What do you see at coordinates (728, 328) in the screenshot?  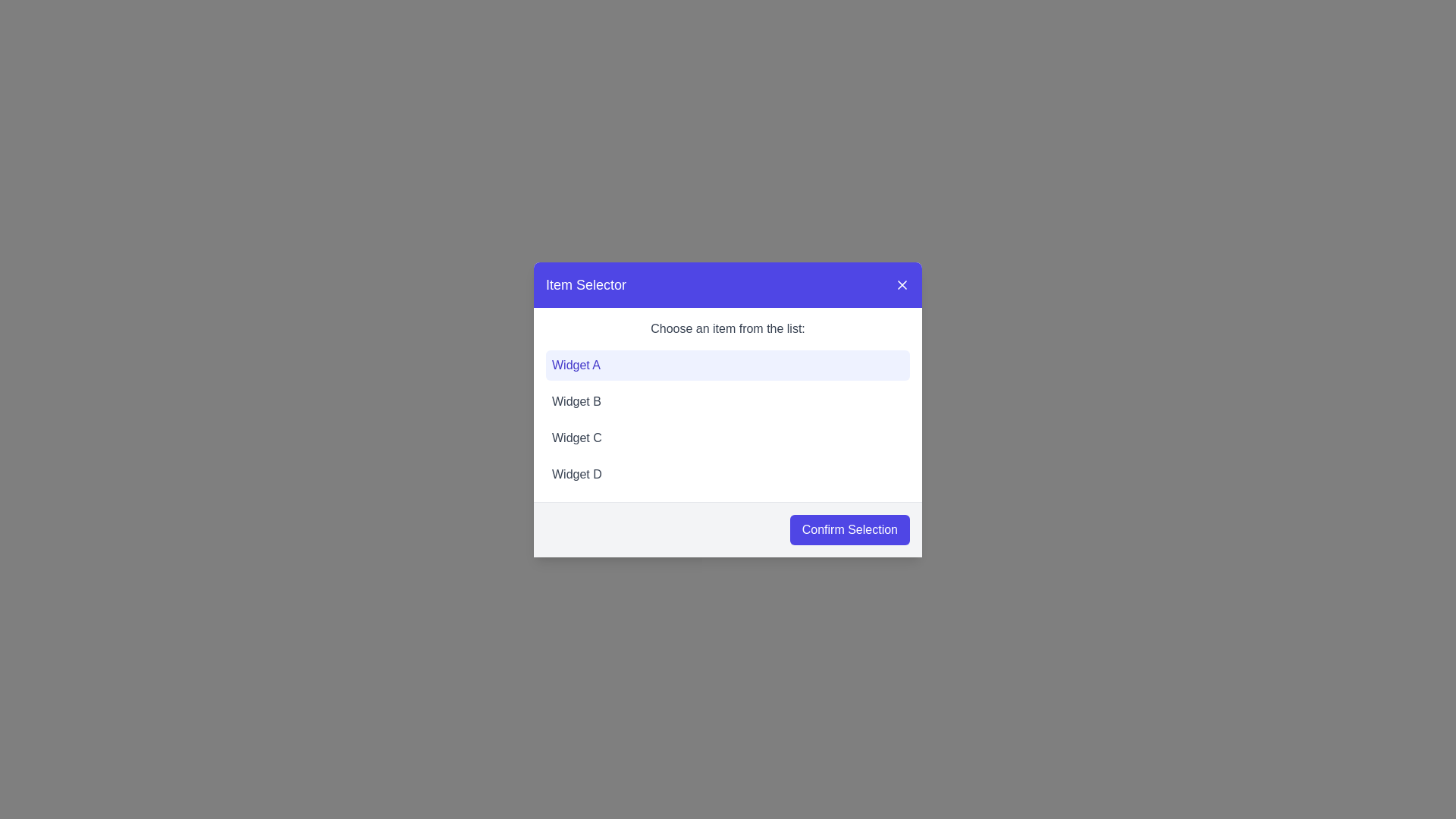 I see `the instructional text that reads 'Choose an item from the list:', which is styled with a gray font color and located below the title bar of the modal` at bounding box center [728, 328].